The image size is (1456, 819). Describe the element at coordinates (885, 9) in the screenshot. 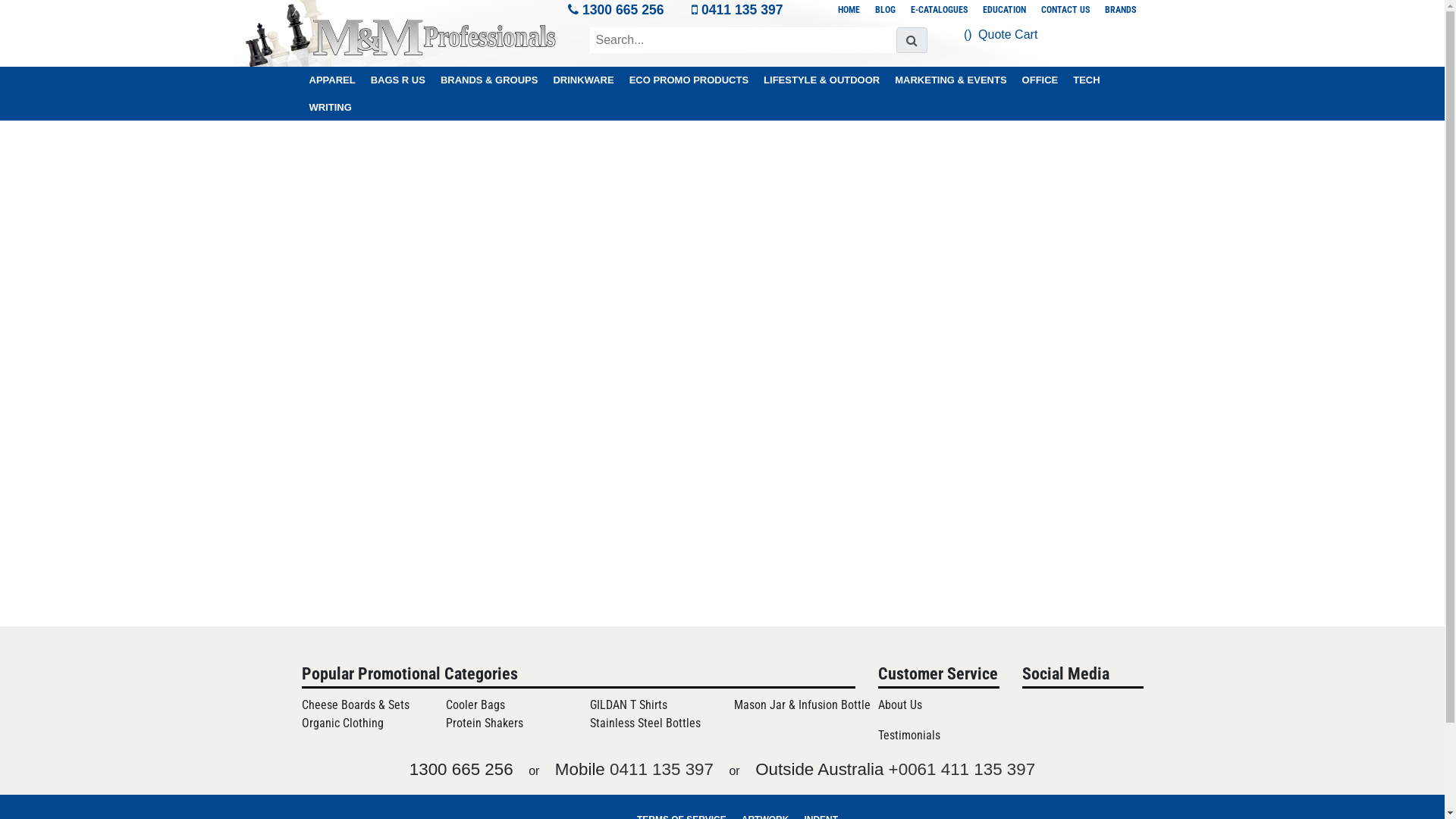

I see `'BLOG'` at that location.